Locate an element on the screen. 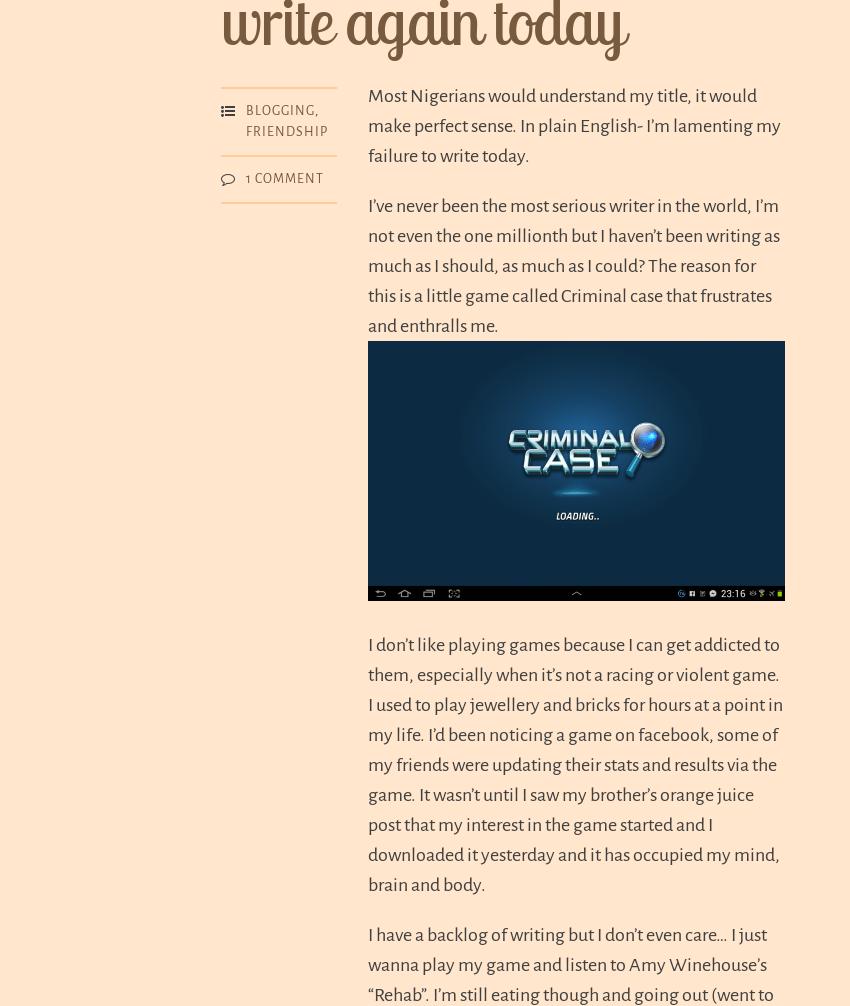 Image resolution: width=850 pixels, height=1006 pixels. 'I don’t like playing games because I can get addicted to them, especially when it’s not a racing or violent game. I used to play jewellery and bricks for hours at a point in my life. I’d been noticing a game on facebook, some of my friends were updating their stats and results via the game. It wasn’t until I saw my brother’s orange juice post that my interest in the game started and I downloaded it yesterday and it has occupied my mind, brain and body.' is located at coordinates (366, 762).